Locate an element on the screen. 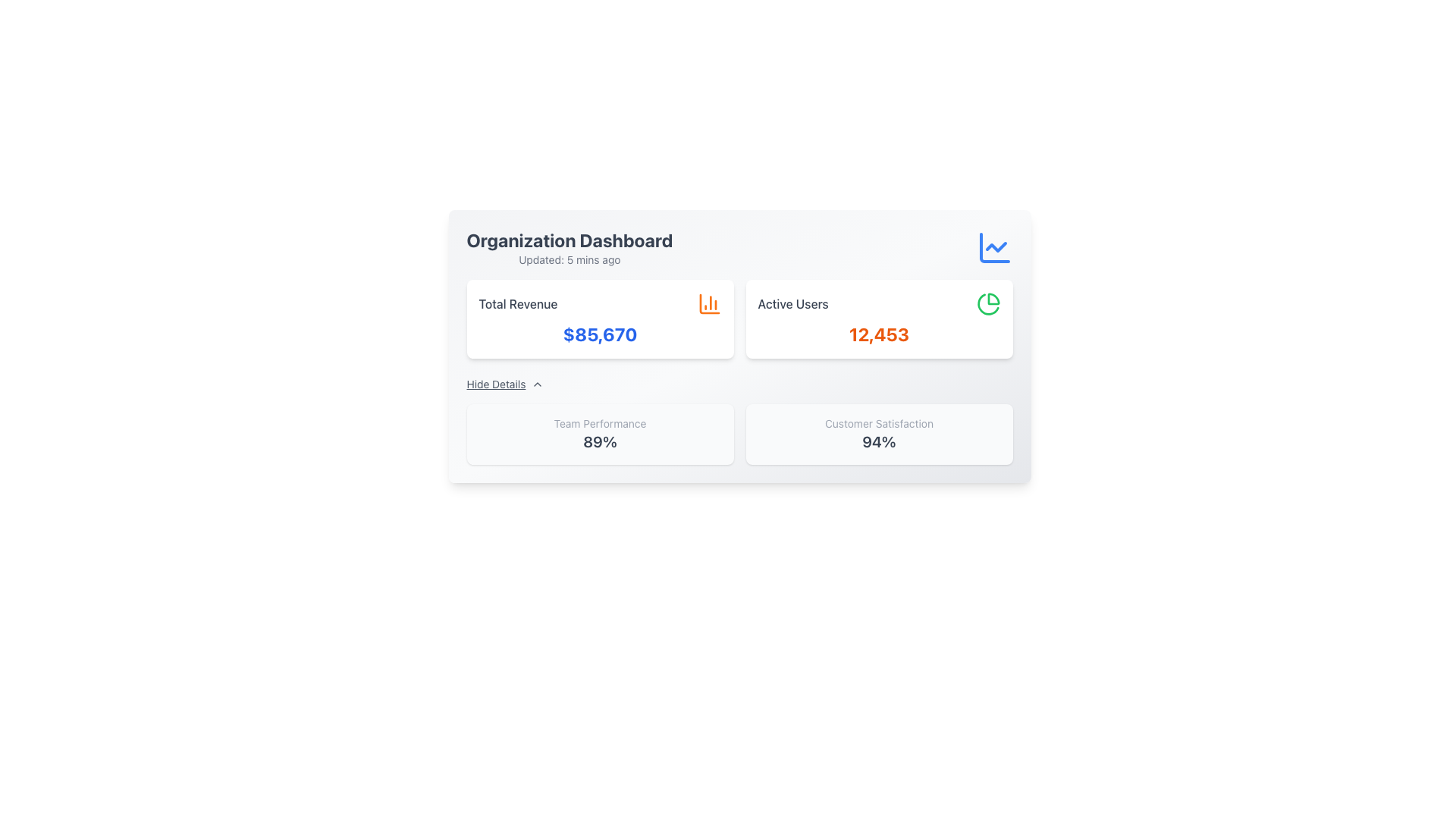 The image size is (1456, 819). information presented on the Informational card displaying 'Team Performance' and '89%' in the lower left section of the interface is located at coordinates (599, 435).